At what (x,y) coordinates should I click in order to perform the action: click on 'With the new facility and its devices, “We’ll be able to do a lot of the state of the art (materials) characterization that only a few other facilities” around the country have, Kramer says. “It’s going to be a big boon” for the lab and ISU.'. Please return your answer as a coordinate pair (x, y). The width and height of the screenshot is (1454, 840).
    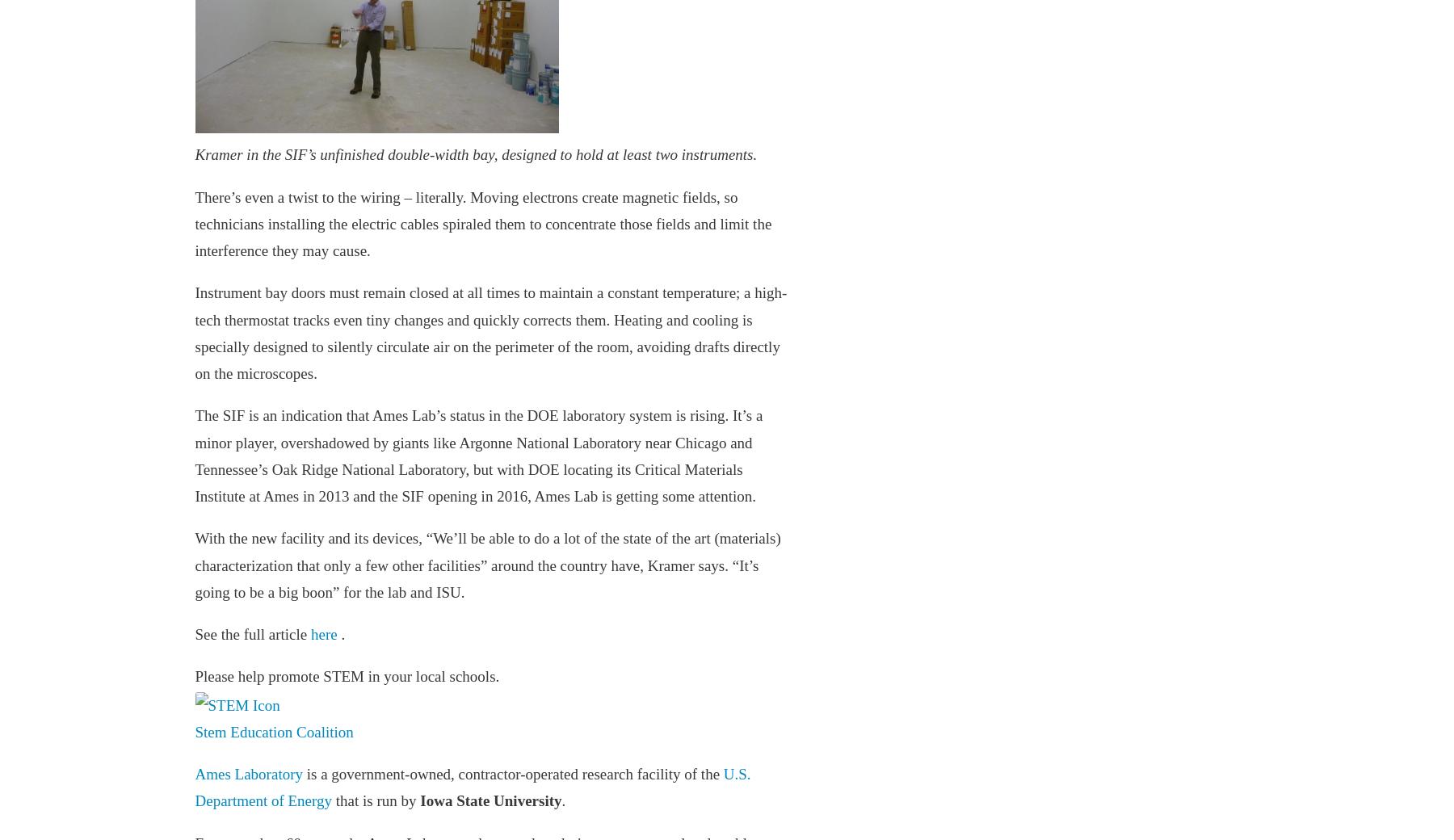
    Looking at the image, I should click on (194, 565).